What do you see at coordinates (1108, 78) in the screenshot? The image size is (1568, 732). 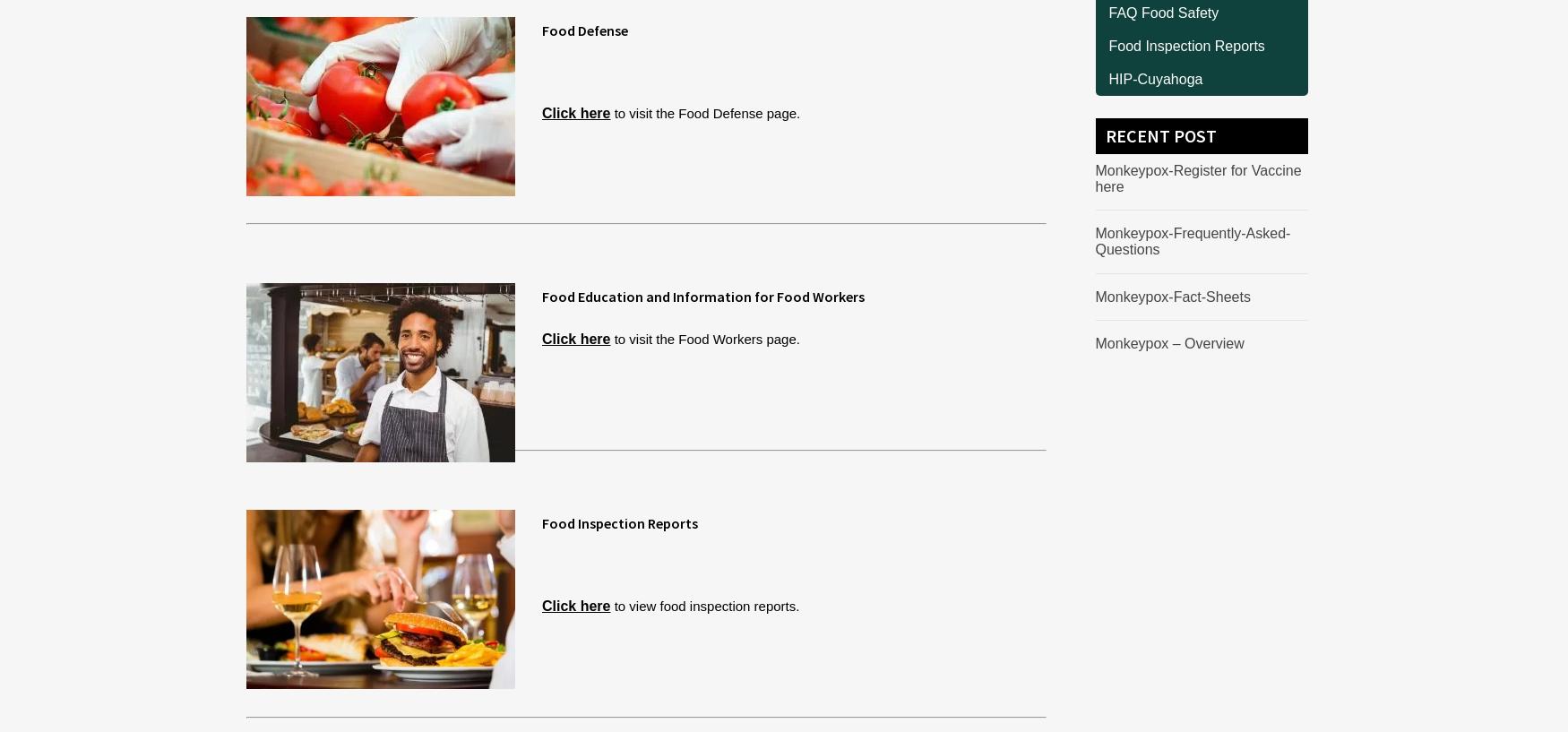 I see `'HIP-Cuyahoga'` at bounding box center [1108, 78].